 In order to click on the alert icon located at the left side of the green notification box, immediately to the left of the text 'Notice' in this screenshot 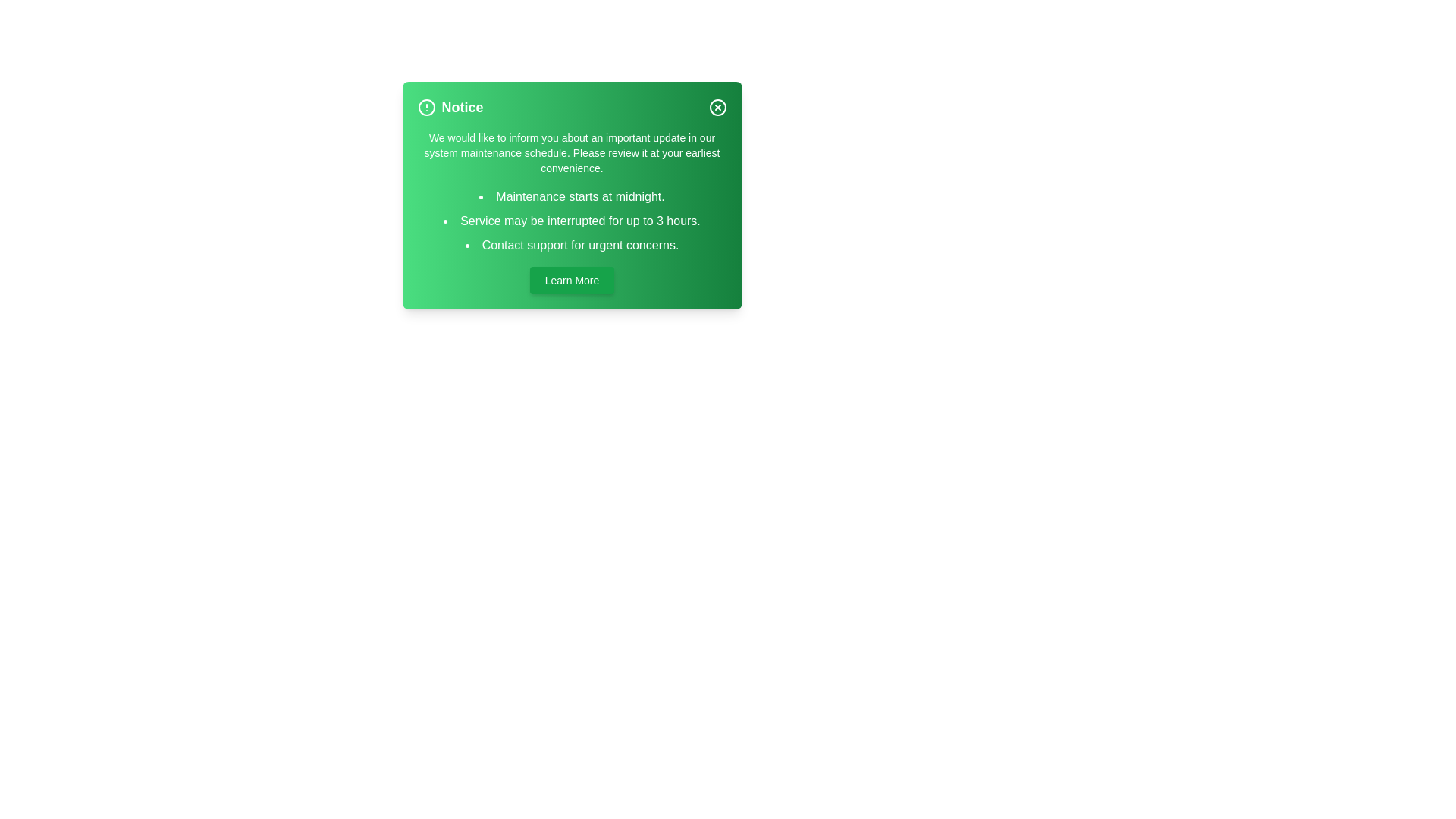, I will do `click(425, 107)`.